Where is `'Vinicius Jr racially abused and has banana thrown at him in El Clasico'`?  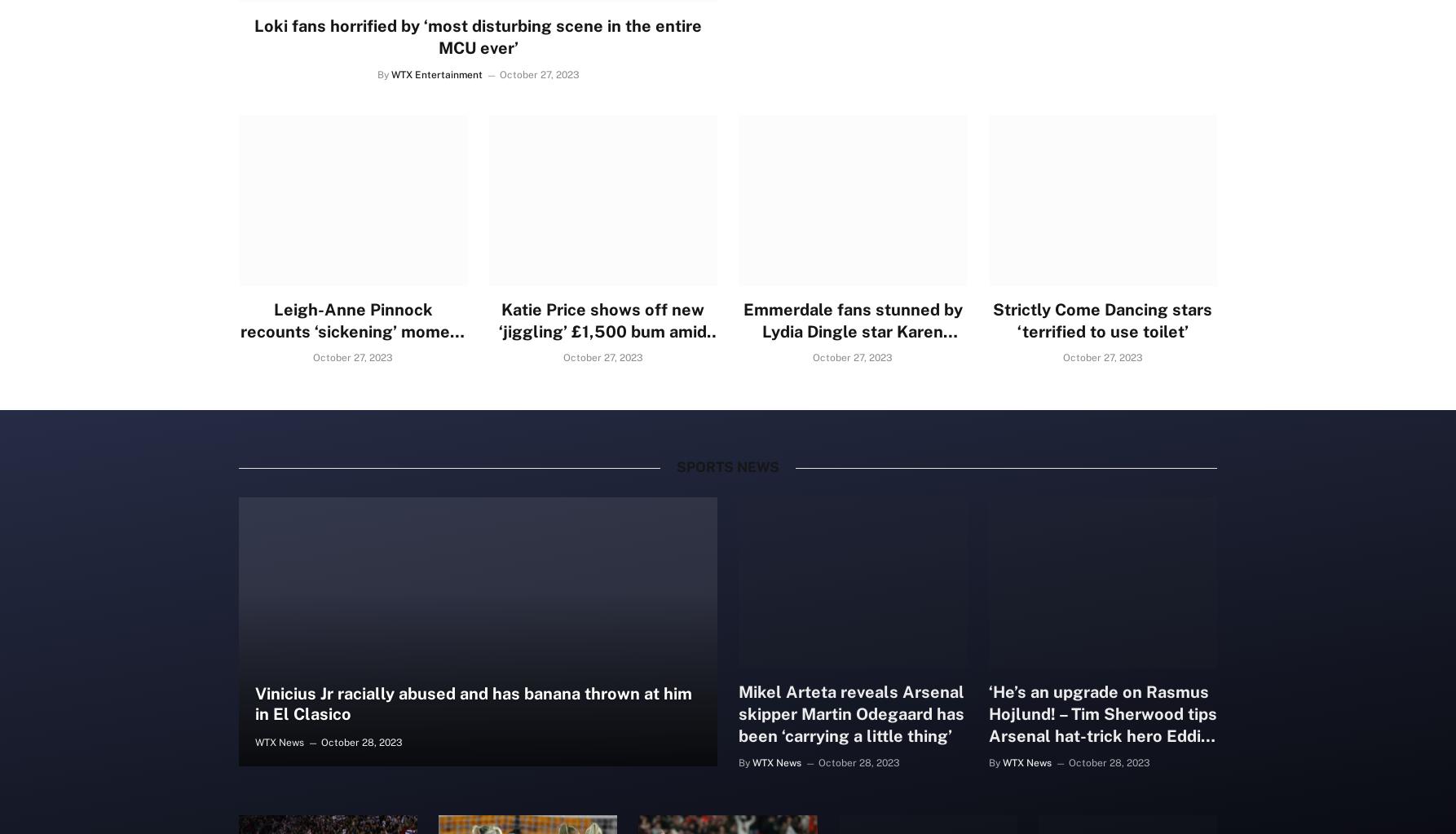
'Vinicius Jr racially abused and has banana thrown at him in El Clasico' is located at coordinates (472, 703).